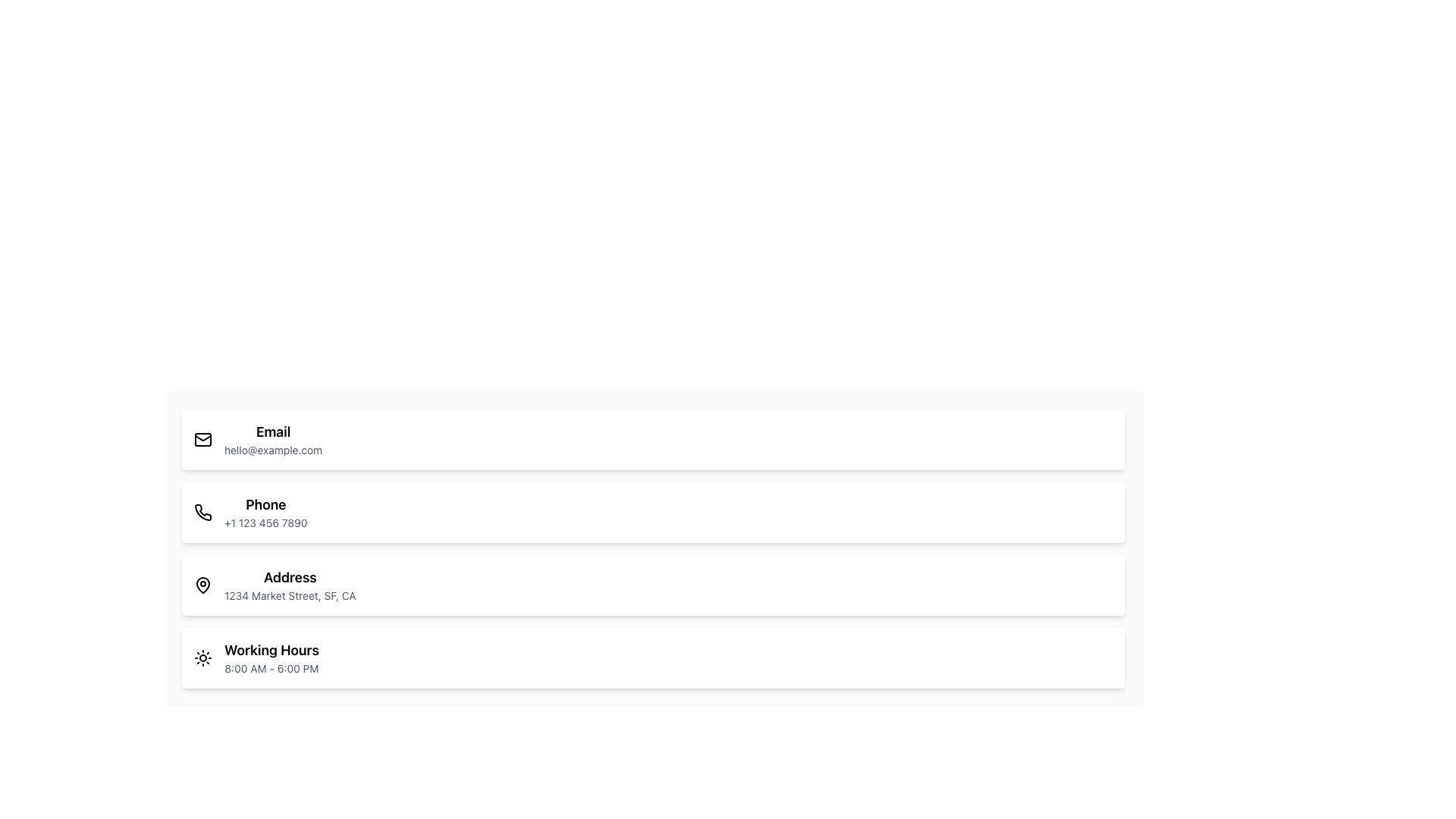 Image resolution: width=1456 pixels, height=819 pixels. I want to click on the visual indicator icon representing the theme of the section about working hours, located to the left of the 'Working Hours' text label in the fourth card section, so click(202, 657).